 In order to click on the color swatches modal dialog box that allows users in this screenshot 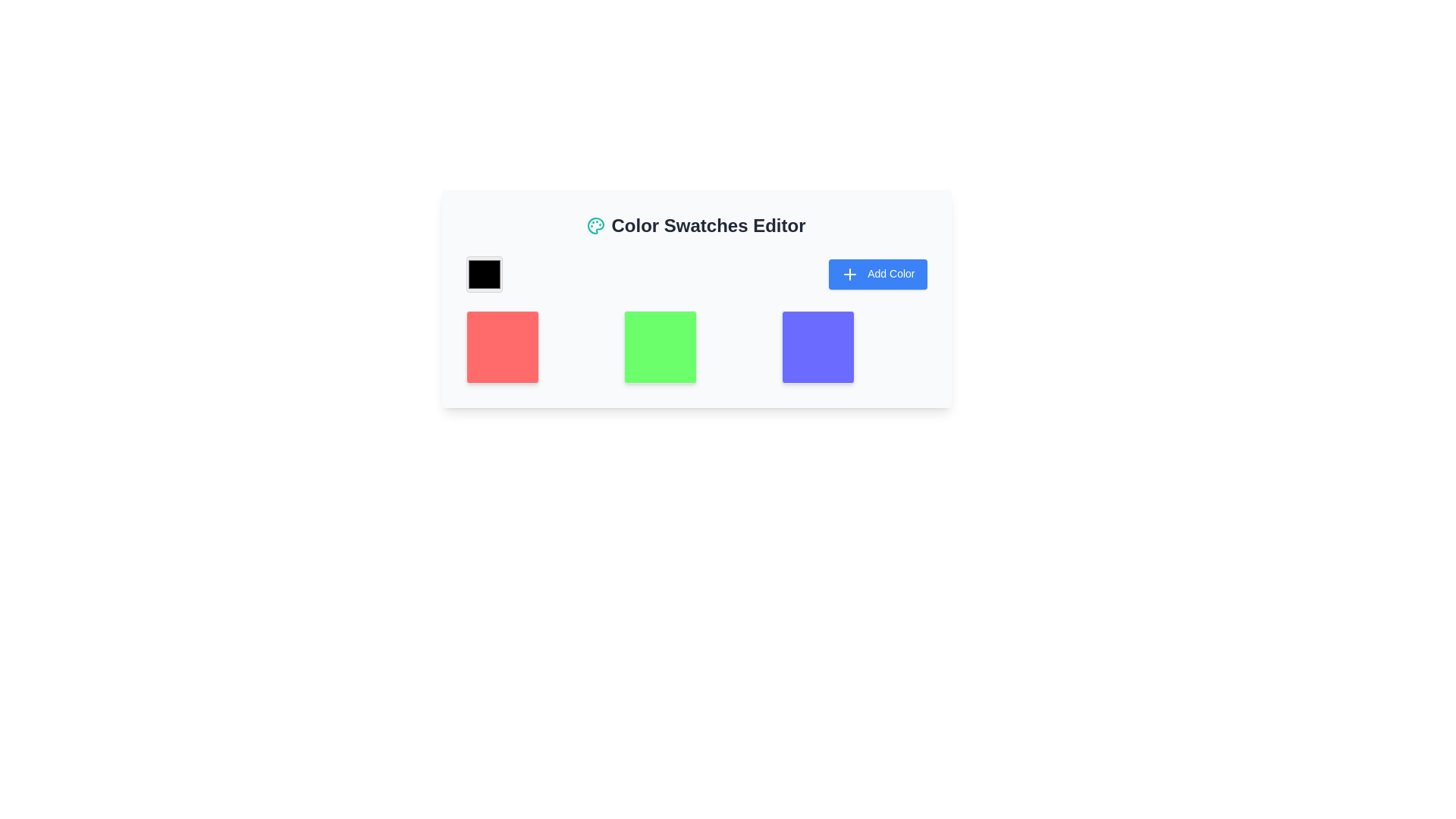, I will do `click(695, 298)`.